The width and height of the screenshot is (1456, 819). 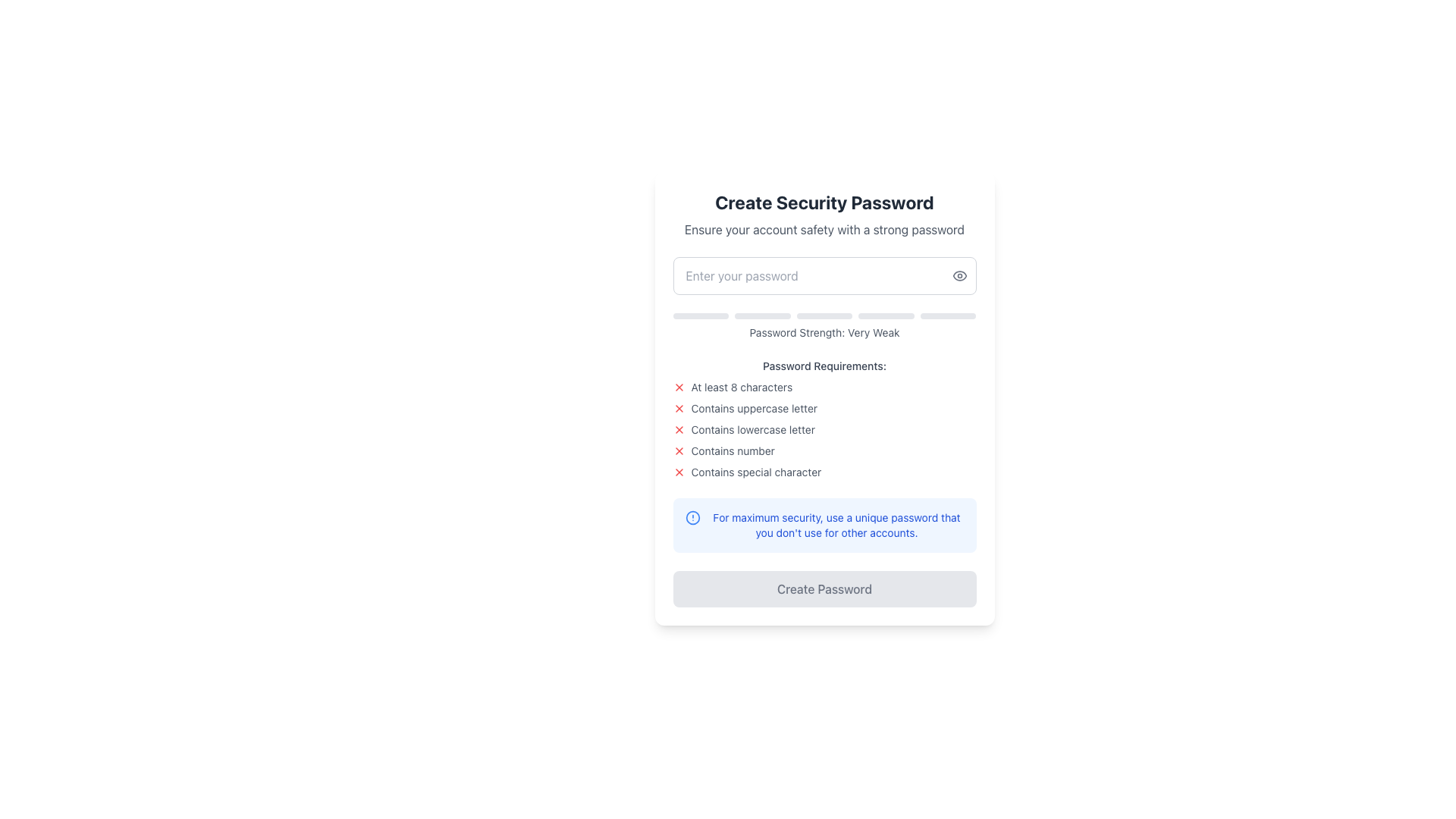 I want to click on the text label 'Password Requirements:' which is styled with a smaller font and medium weight, located beneath the 'Password Strength' indicator section, so click(x=824, y=366).